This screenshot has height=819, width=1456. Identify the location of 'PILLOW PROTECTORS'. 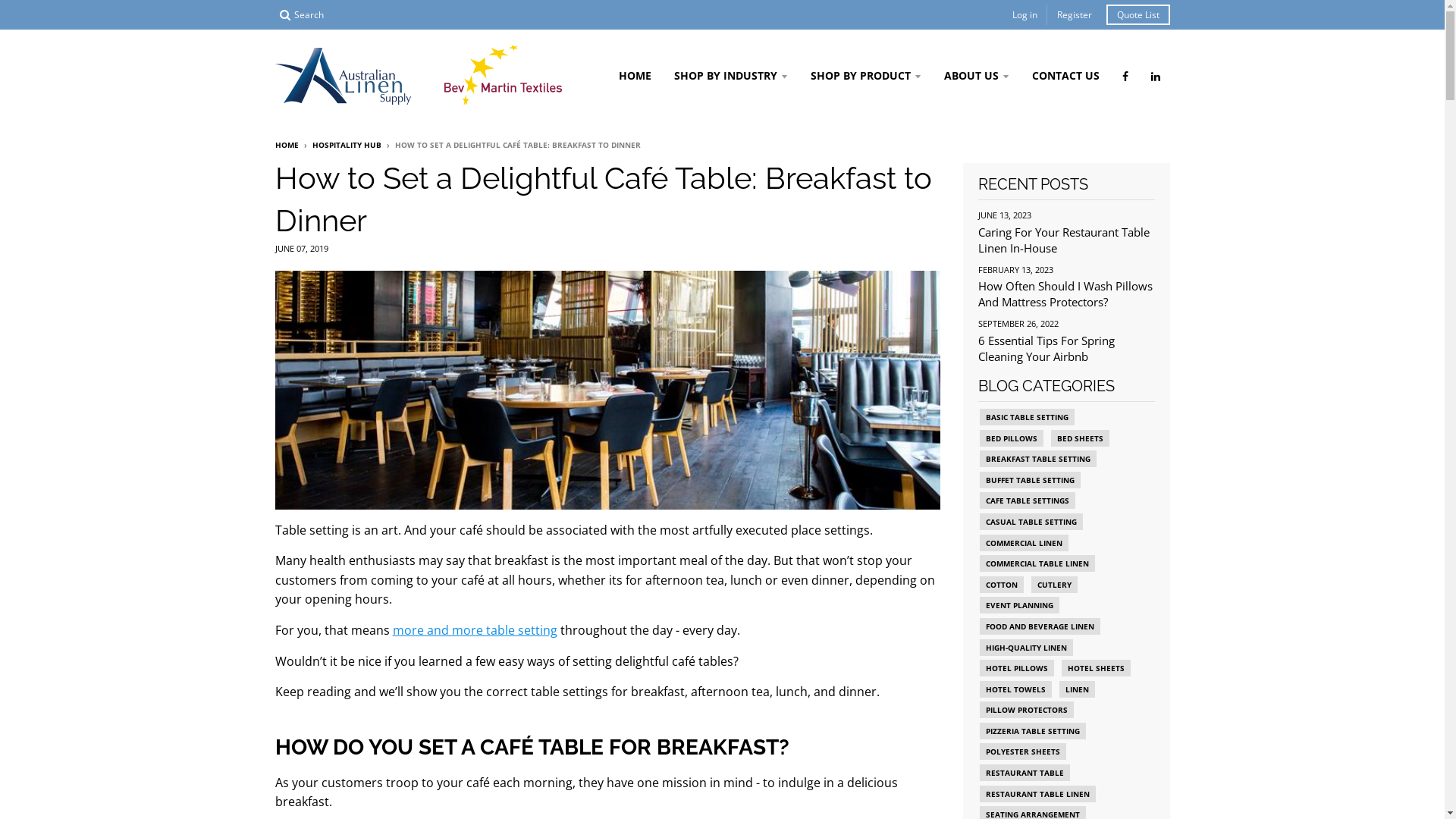
(1026, 710).